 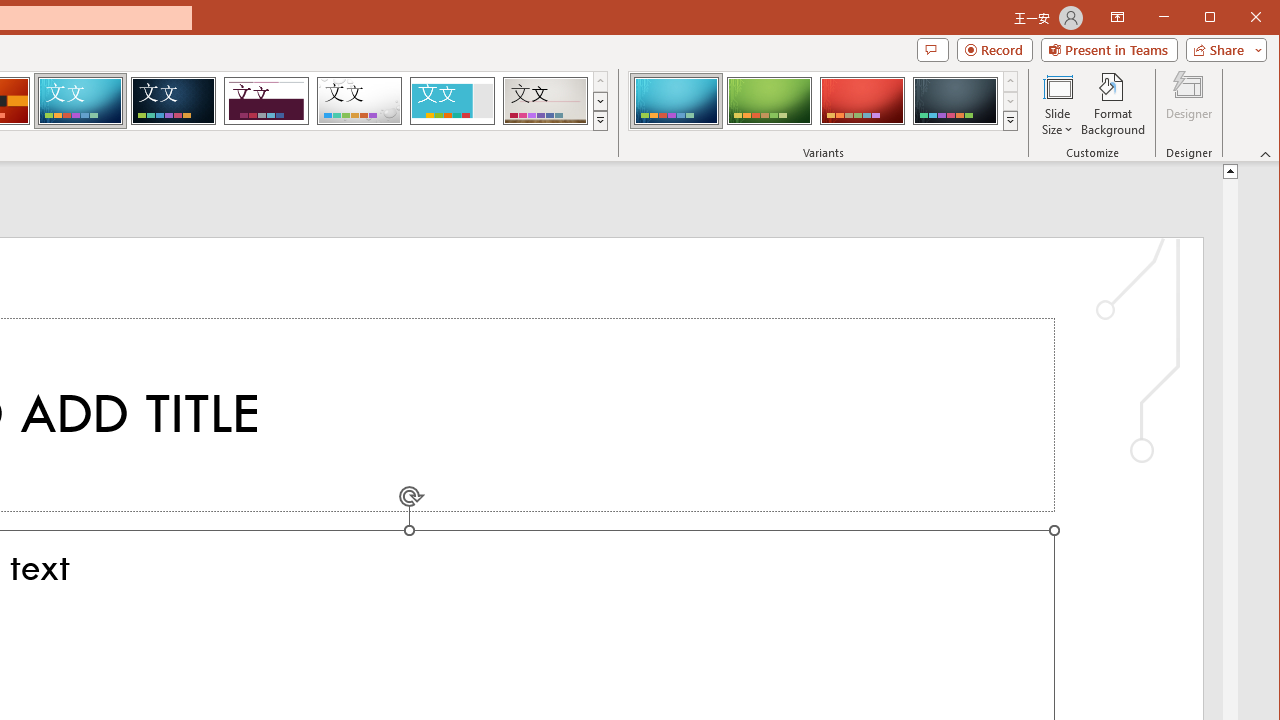 What do you see at coordinates (954, 100) in the screenshot?
I see `'Circuit Variant 4'` at bounding box center [954, 100].